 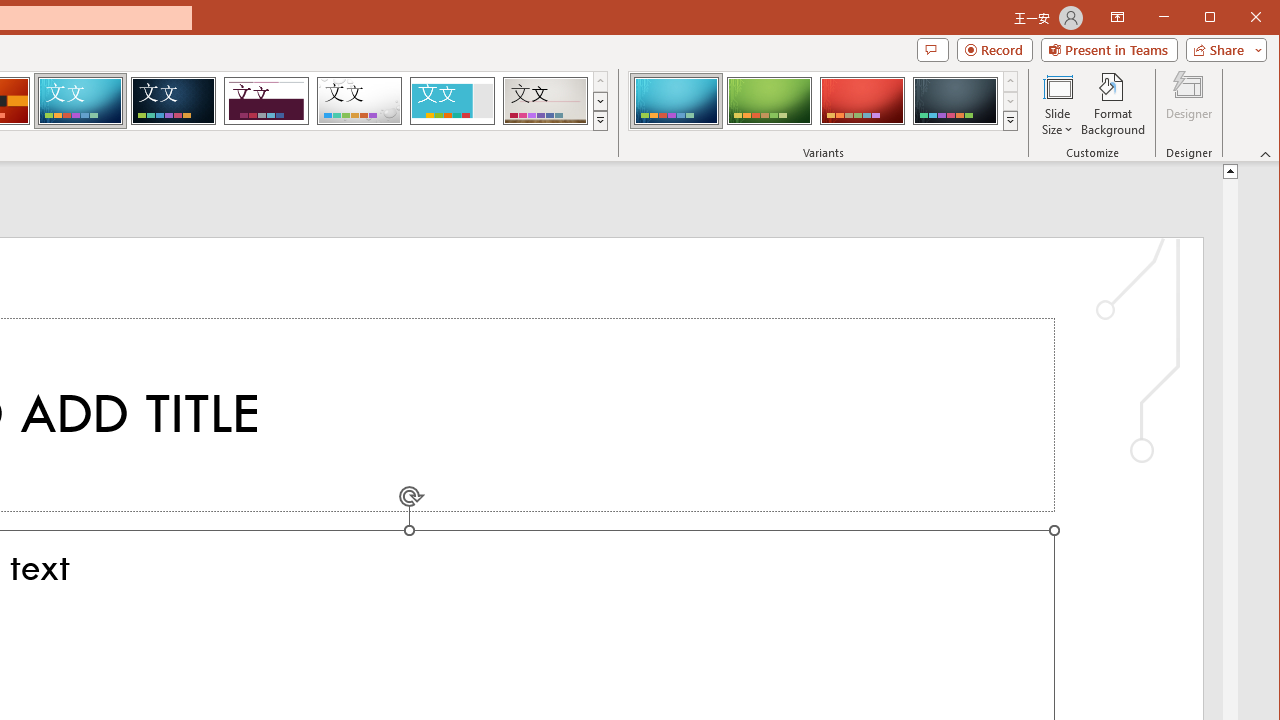 What do you see at coordinates (954, 100) in the screenshot?
I see `'Circuit Variant 4'` at bounding box center [954, 100].